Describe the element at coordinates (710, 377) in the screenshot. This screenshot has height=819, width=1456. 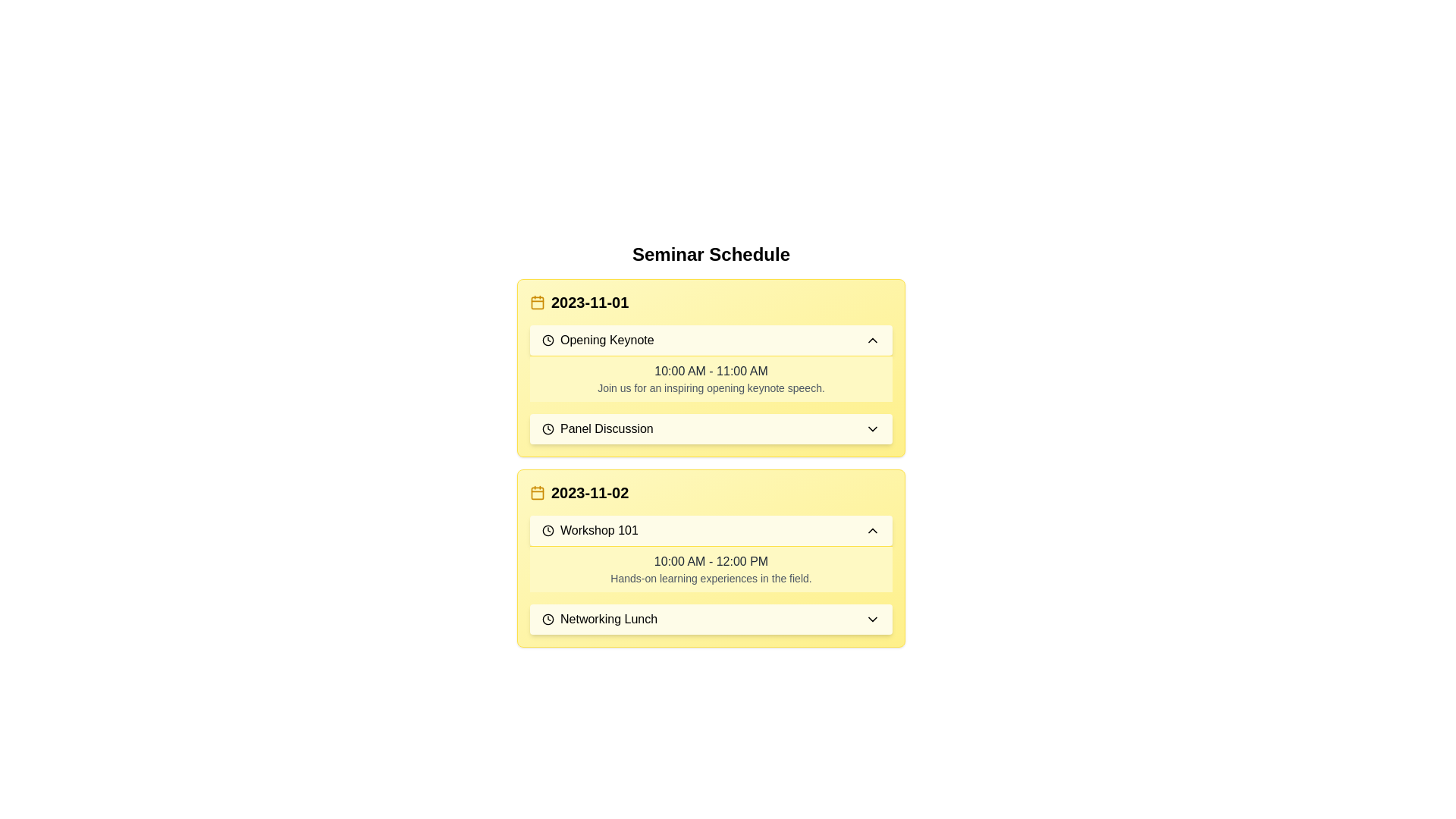
I see `the Text block with a styled background that provides information about the opening keynote speech scheduled from 10:00 AM to 11:00 AM under the 'Opening Keynote' section for the date '2023-11-01'` at that location.